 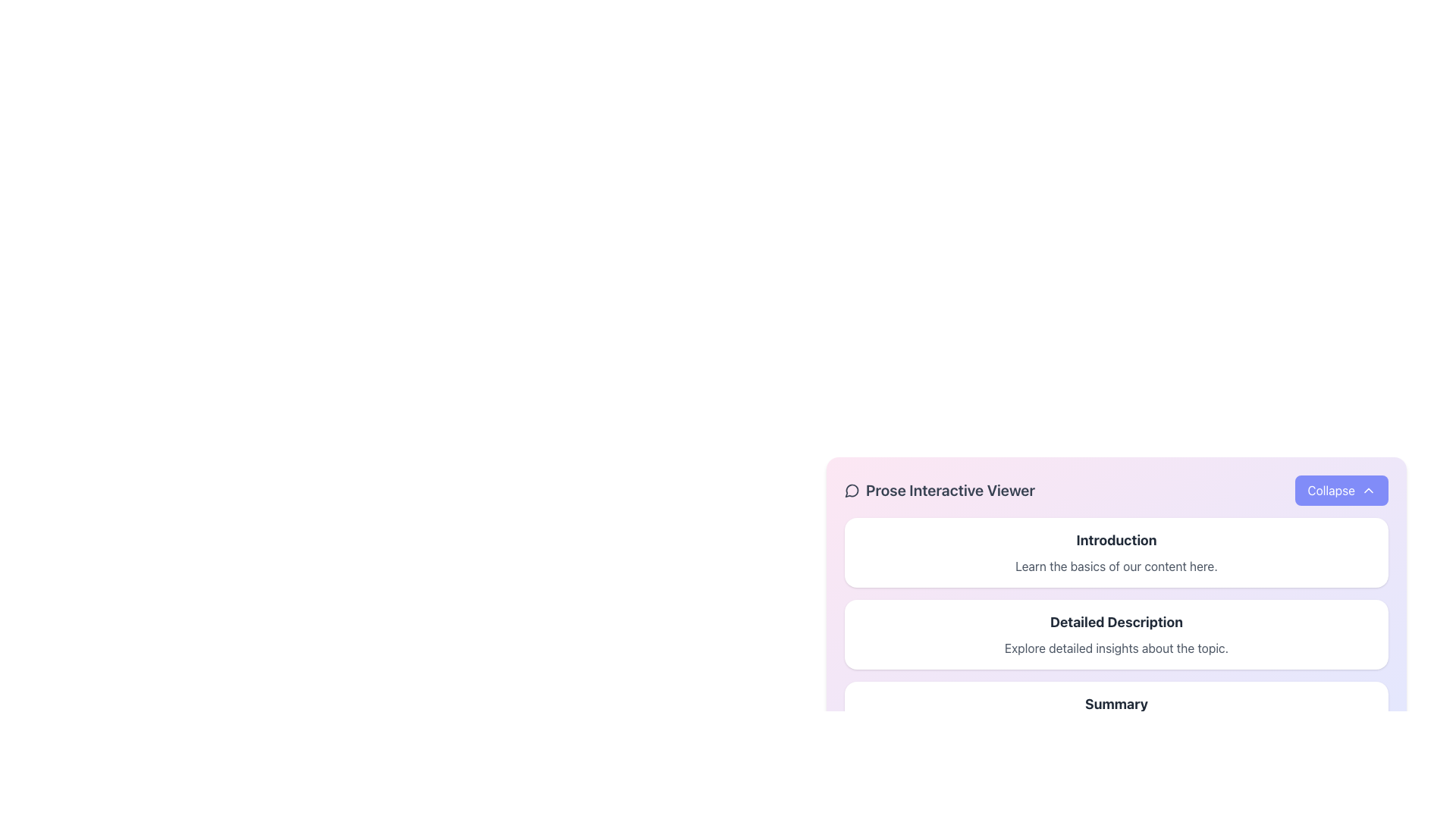 I want to click on the textual component reading 'Explore detailed insights about the topic.', which is styled in gray and located beneath the heading 'Detailed Description', so click(x=1116, y=648).